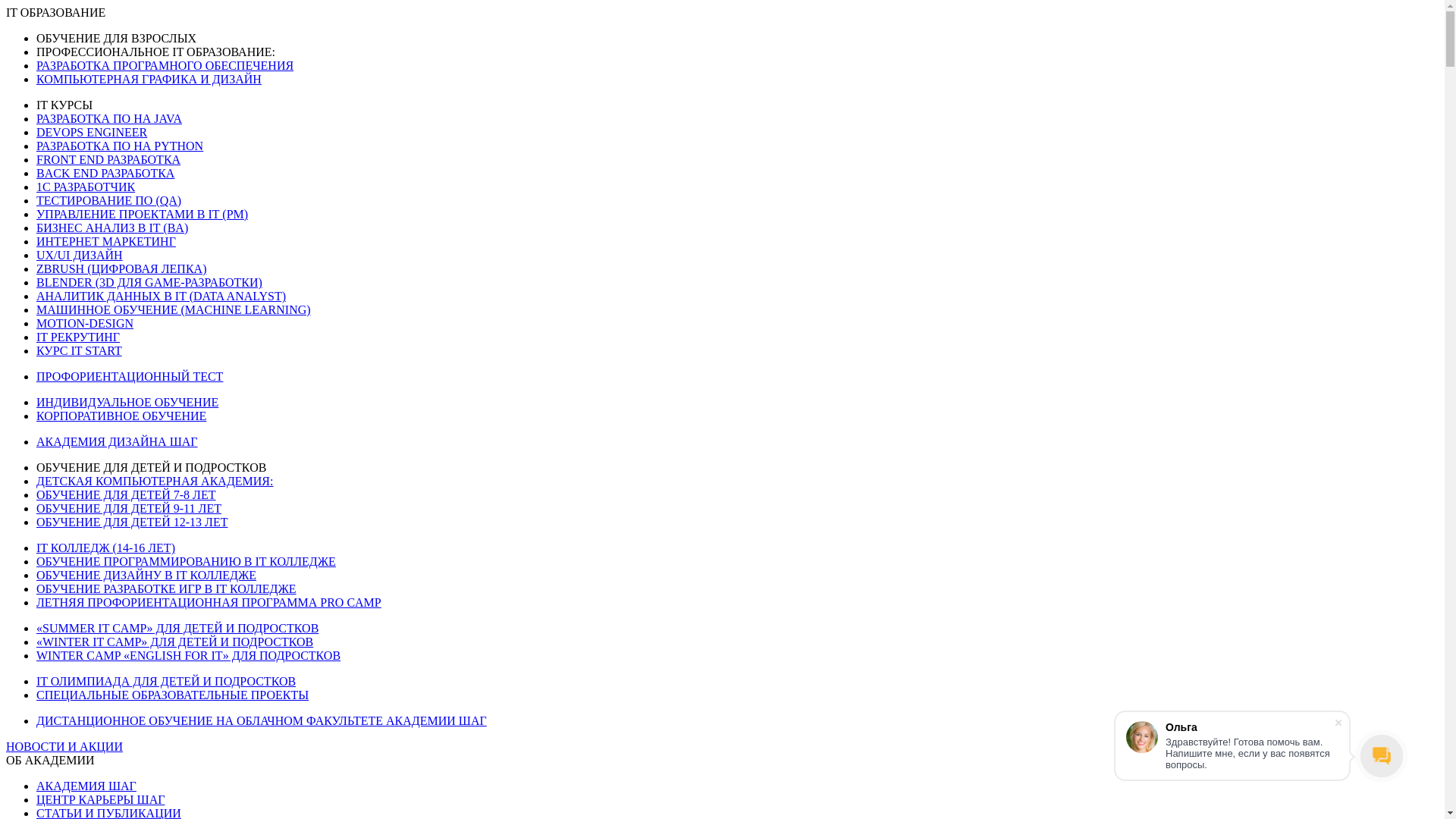 This screenshot has height=819, width=1456. Describe the element at coordinates (90, 131) in the screenshot. I see `'DEVOPS ENGINEER'` at that location.